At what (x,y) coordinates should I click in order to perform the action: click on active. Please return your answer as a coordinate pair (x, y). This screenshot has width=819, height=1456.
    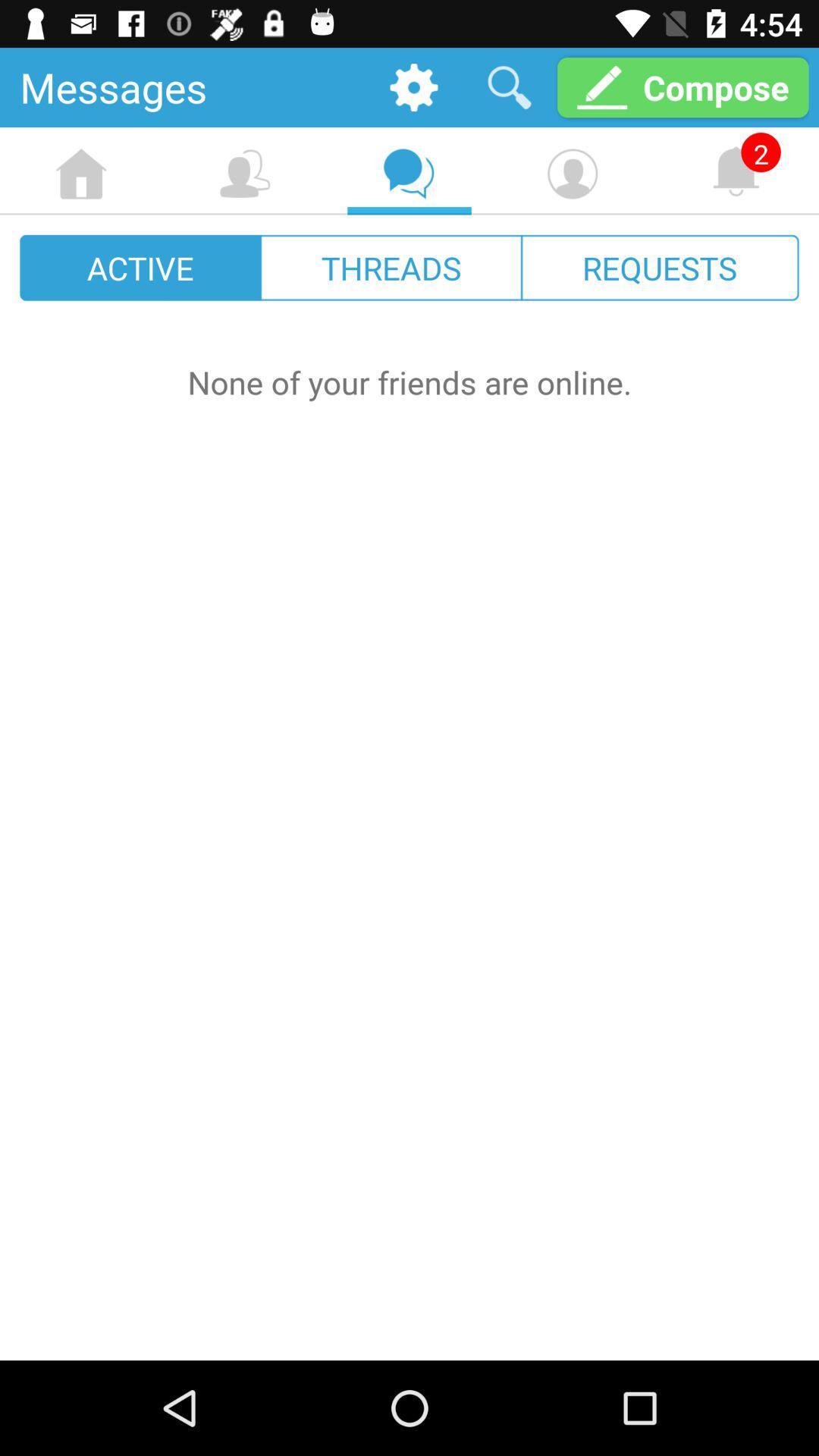
    Looking at the image, I should click on (140, 268).